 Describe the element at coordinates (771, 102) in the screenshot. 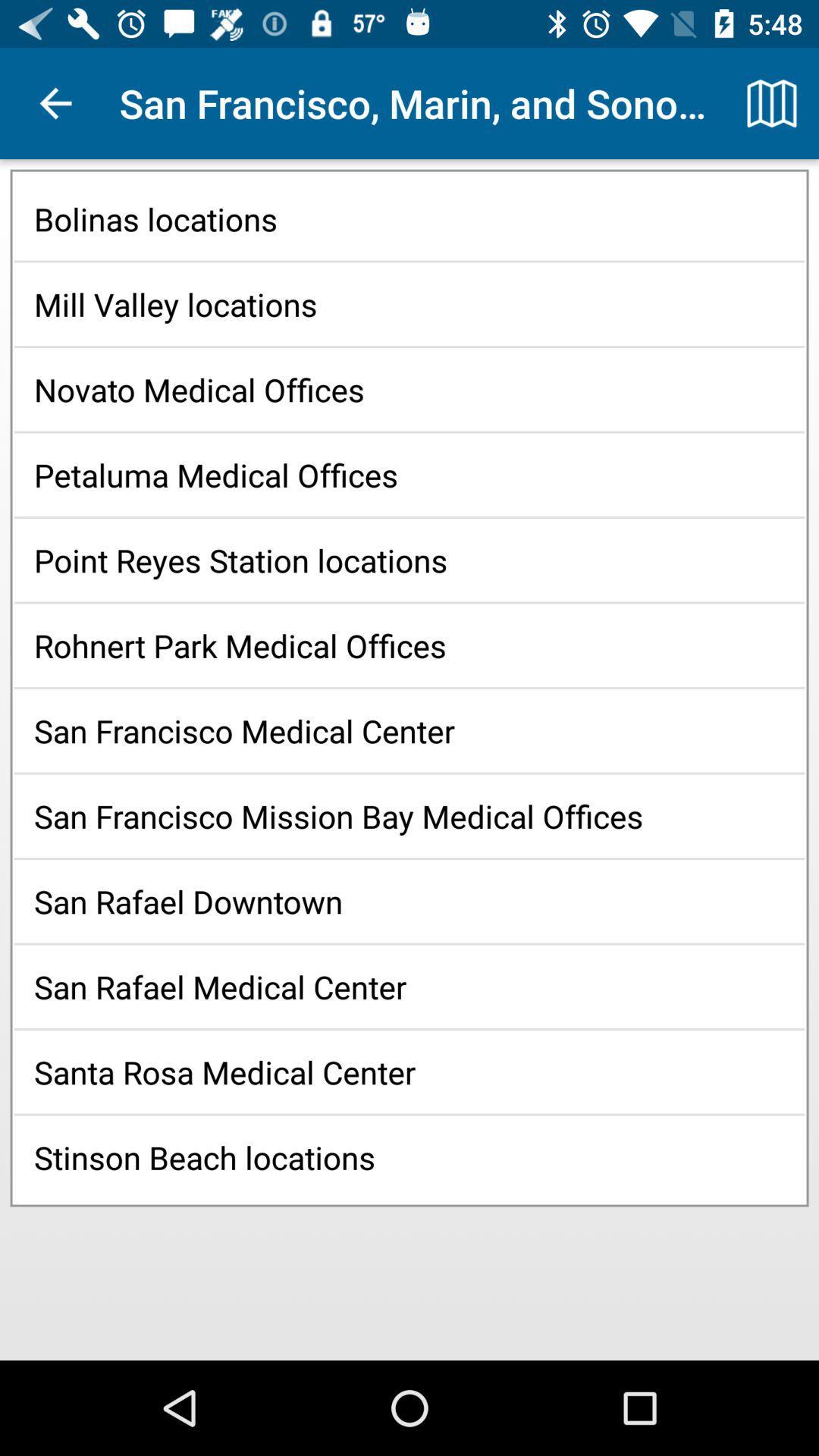

I see `the app to the right of the san francisco marin app` at that location.